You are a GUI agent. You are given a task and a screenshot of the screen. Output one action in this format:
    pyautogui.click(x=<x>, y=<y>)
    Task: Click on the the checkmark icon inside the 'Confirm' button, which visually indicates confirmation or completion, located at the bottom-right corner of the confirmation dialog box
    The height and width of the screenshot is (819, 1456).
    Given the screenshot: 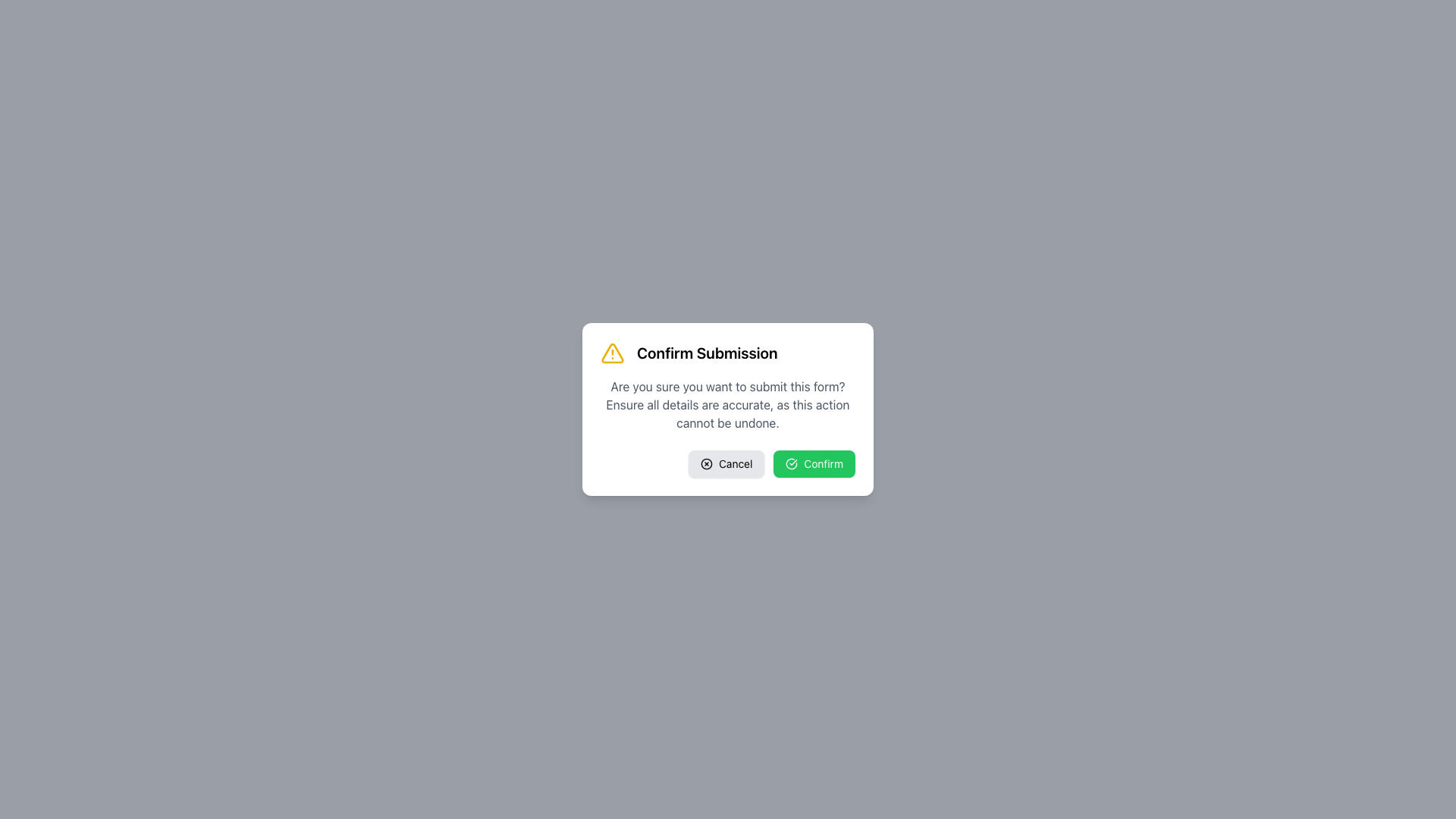 What is the action you would take?
    pyautogui.click(x=791, y=463)
    